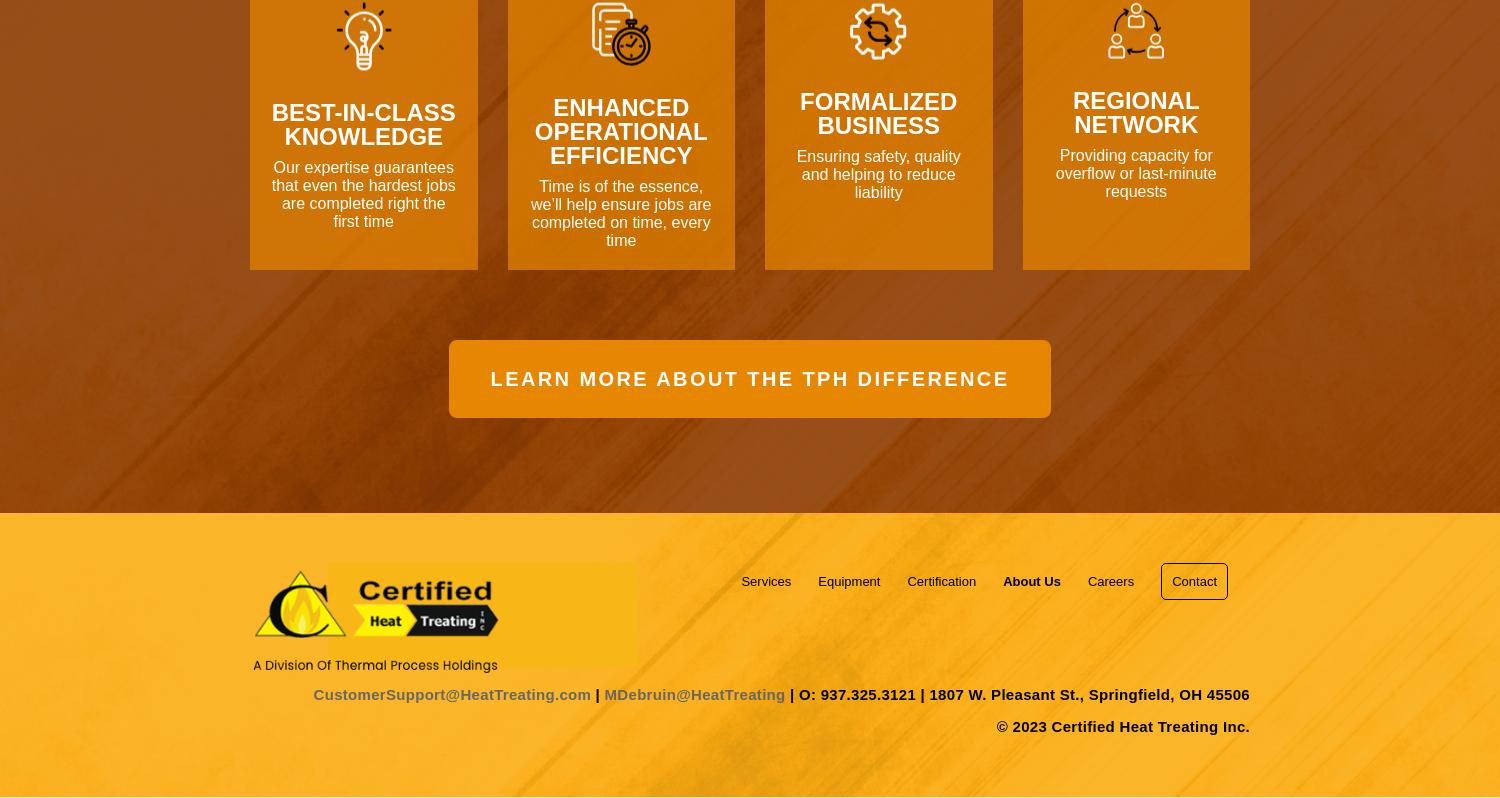 This screenshot has height=798, width=1500. Describe the element at coordinates (362, 193) in the screenshot. I see `'Our expertise guarantees that even the hardest jobs are completed right the first time'` at that location.